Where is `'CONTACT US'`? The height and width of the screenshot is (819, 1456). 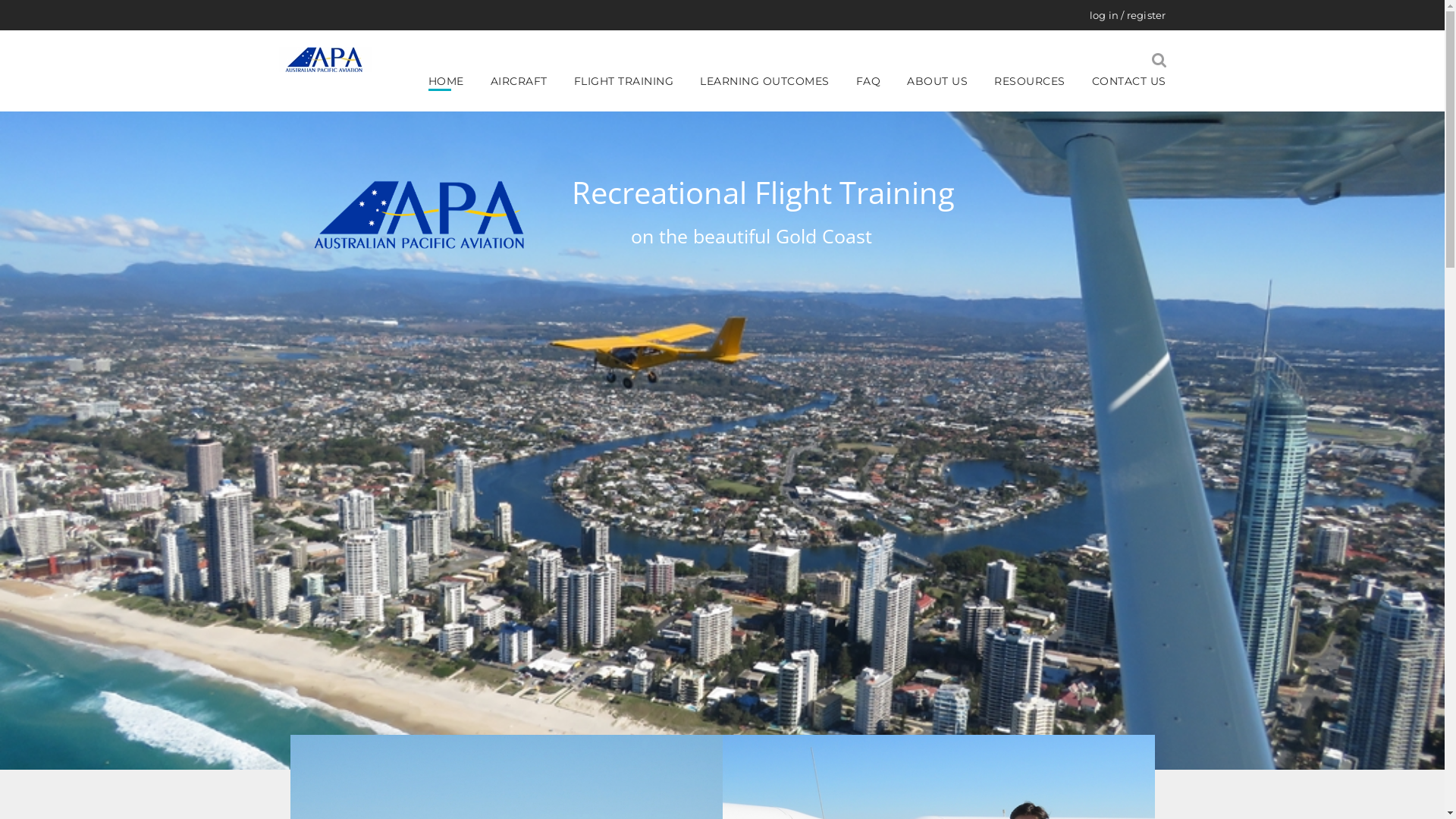 'CONTACT US' is located at coordinates (1128, 81).